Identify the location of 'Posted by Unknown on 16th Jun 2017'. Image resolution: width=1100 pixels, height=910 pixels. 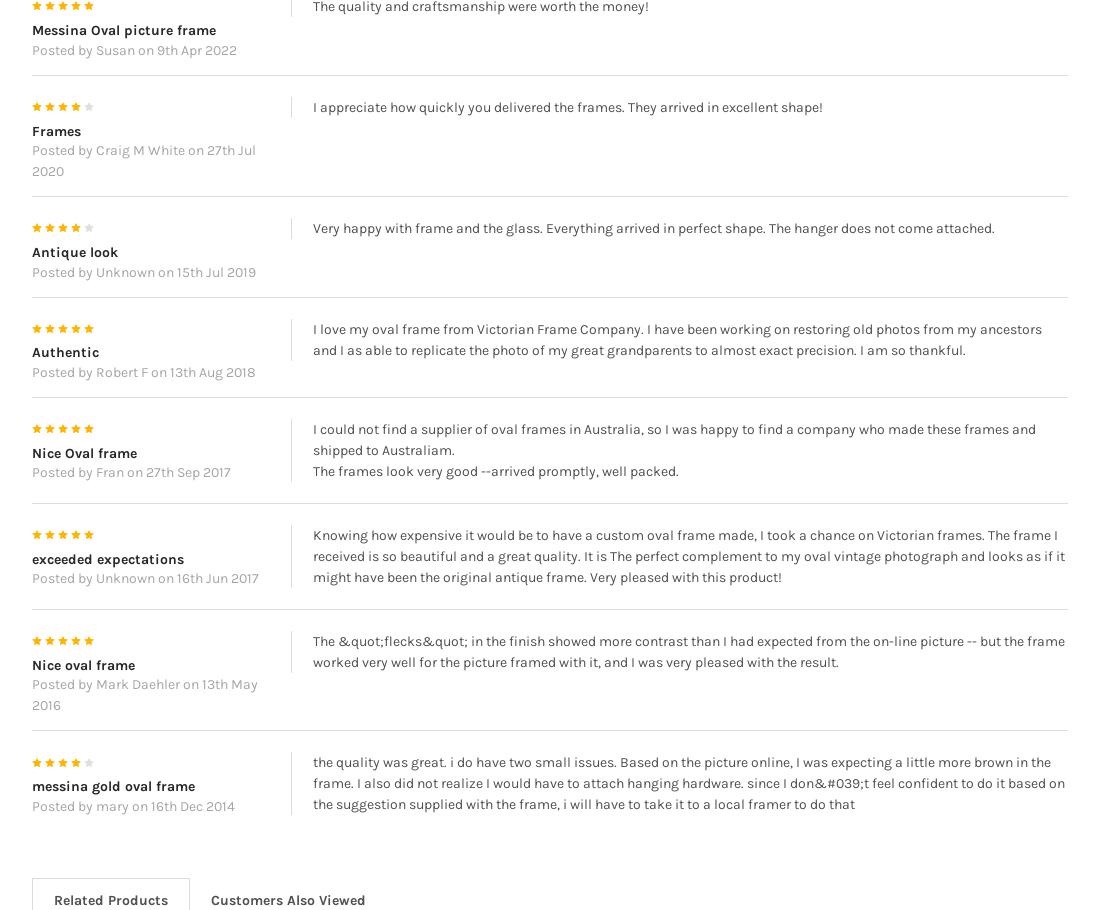
(143, 606).